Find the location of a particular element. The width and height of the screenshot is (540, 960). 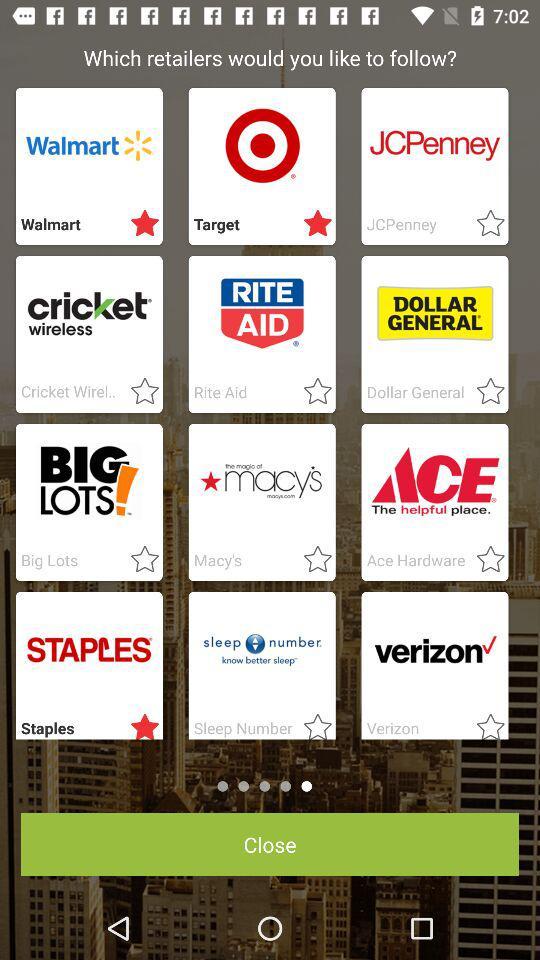

star option is located at coordinates (483, 560).